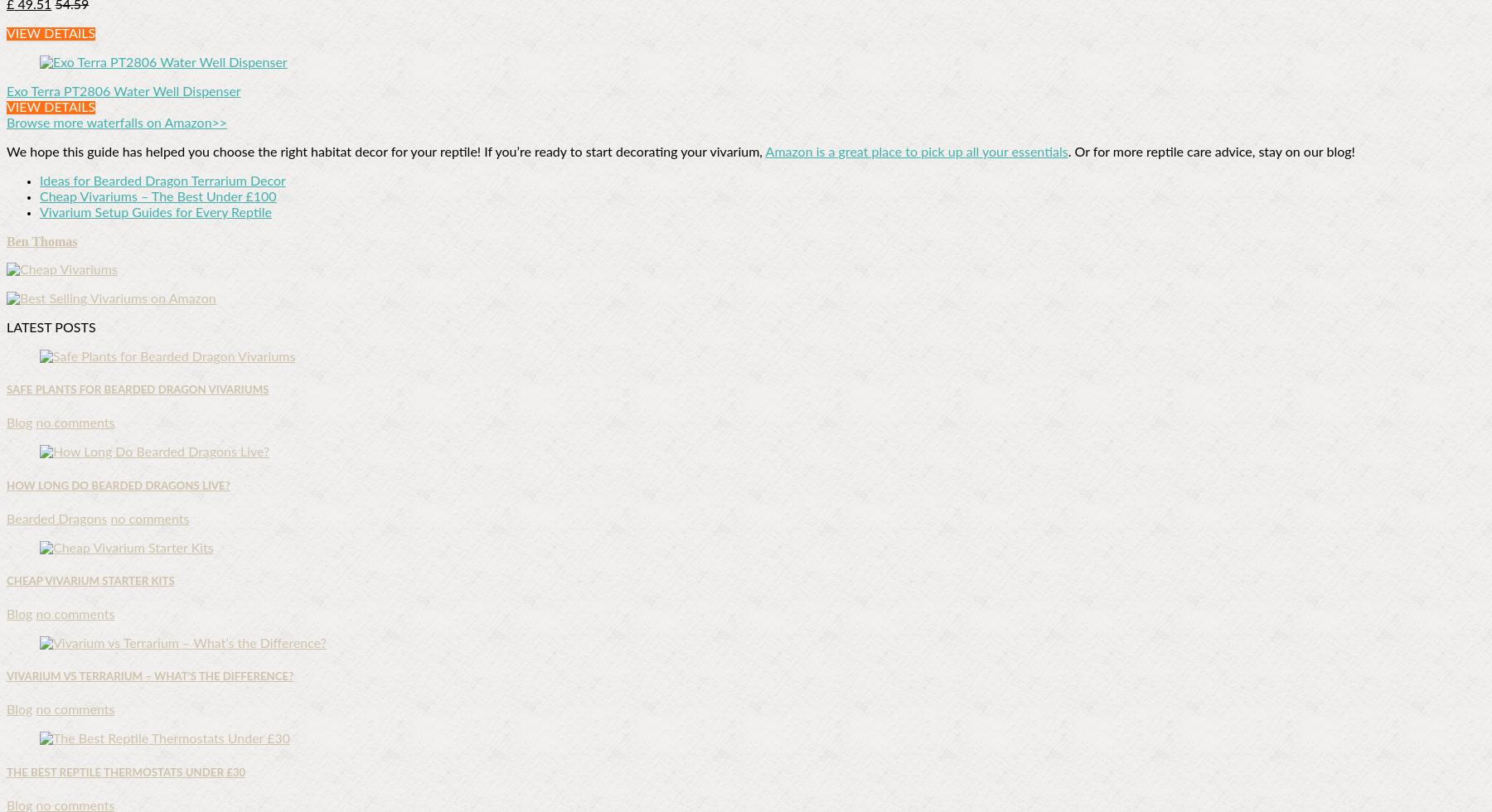 Image resolution: width=1492 pixels, height=812 pixels. I want to click on 'Browse more waterfalls on Amazon>>', so click(116, 123).